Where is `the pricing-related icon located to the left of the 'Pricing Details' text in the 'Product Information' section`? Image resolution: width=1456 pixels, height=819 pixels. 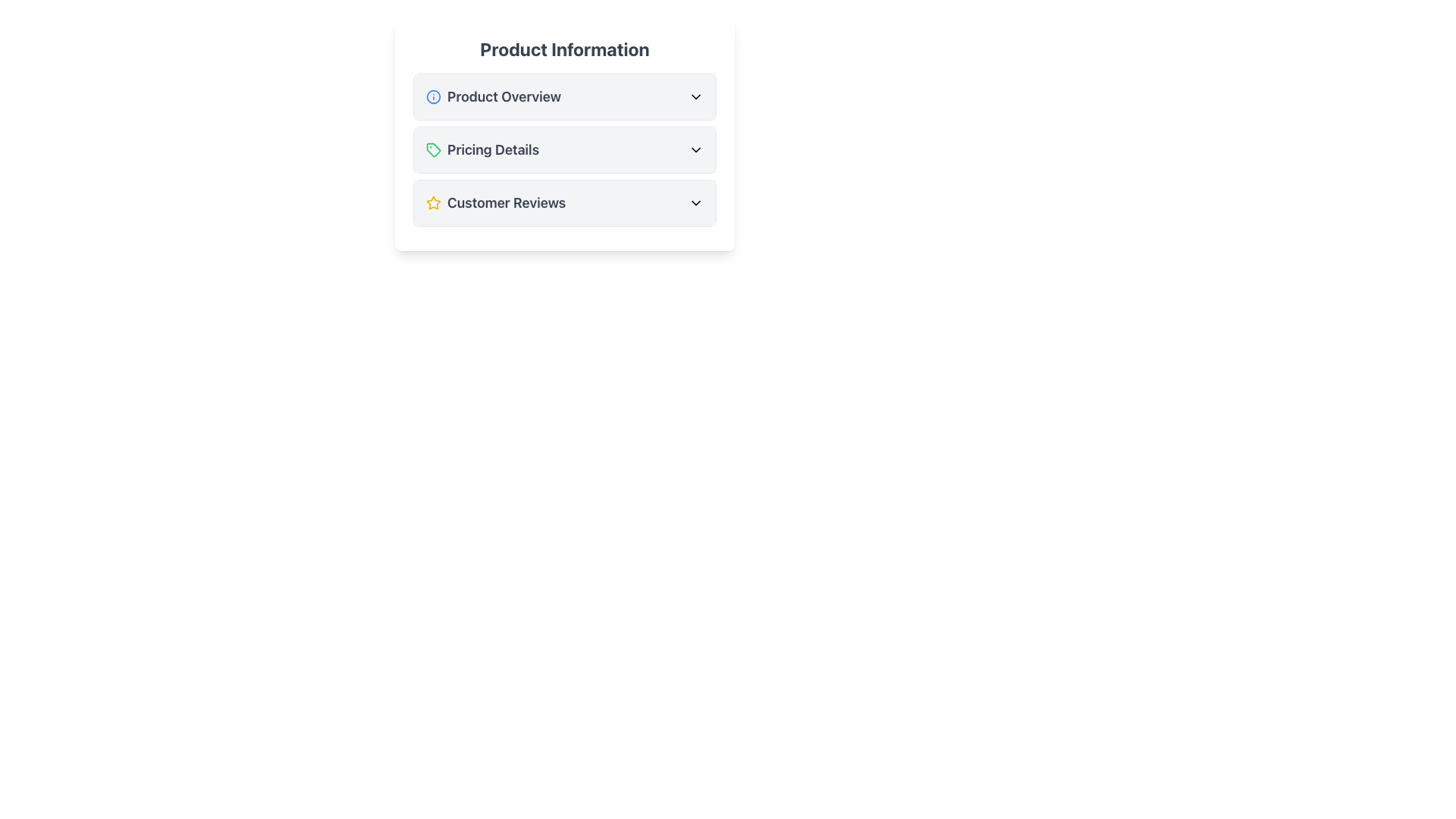 the pricing-related icon located to the left of the 'Pricing Details' text in the 'Product Information' section is located at coordinates (432, 149).